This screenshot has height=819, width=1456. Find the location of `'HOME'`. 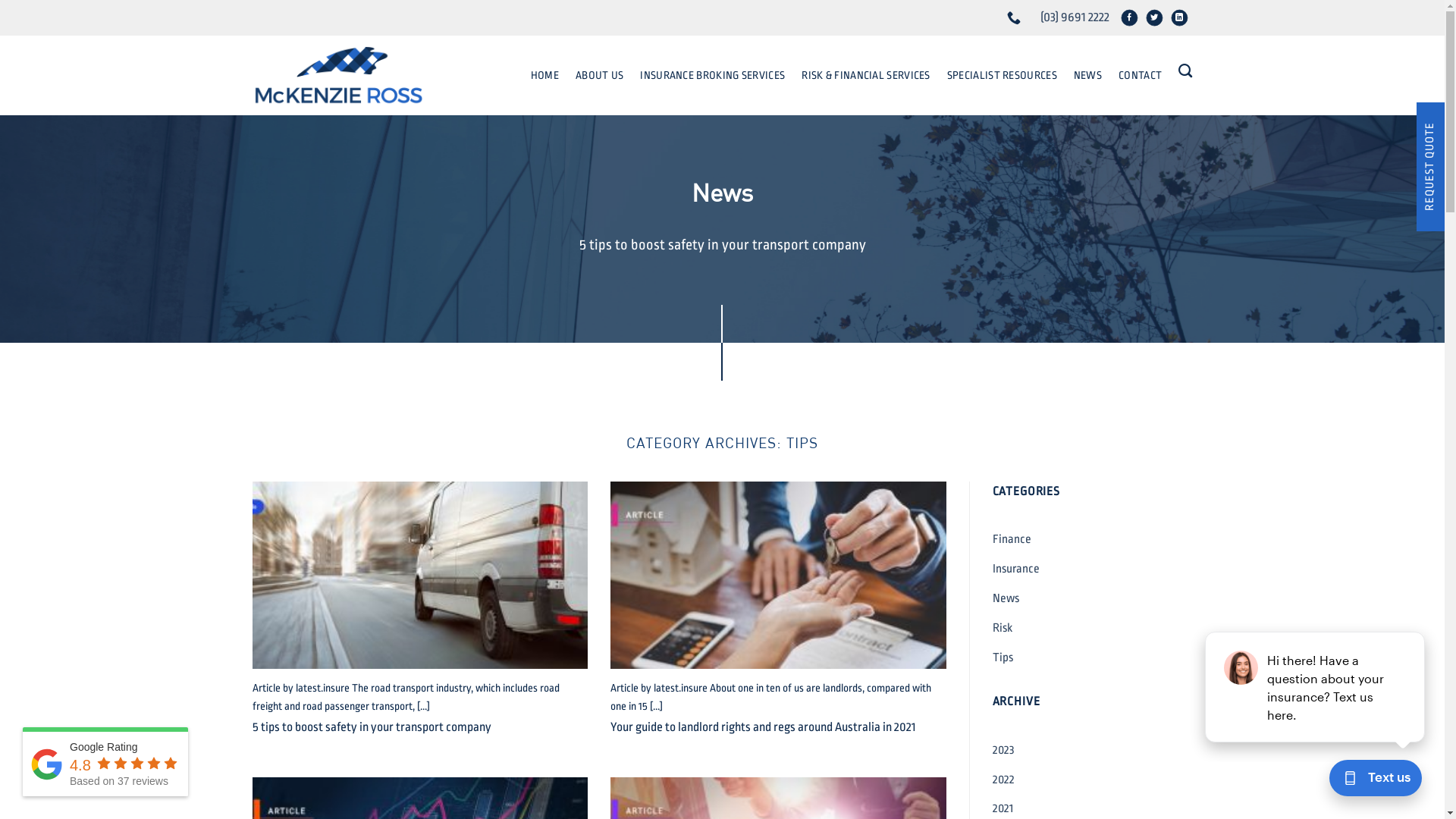

'HOME' is located at coordinates (544, 75).